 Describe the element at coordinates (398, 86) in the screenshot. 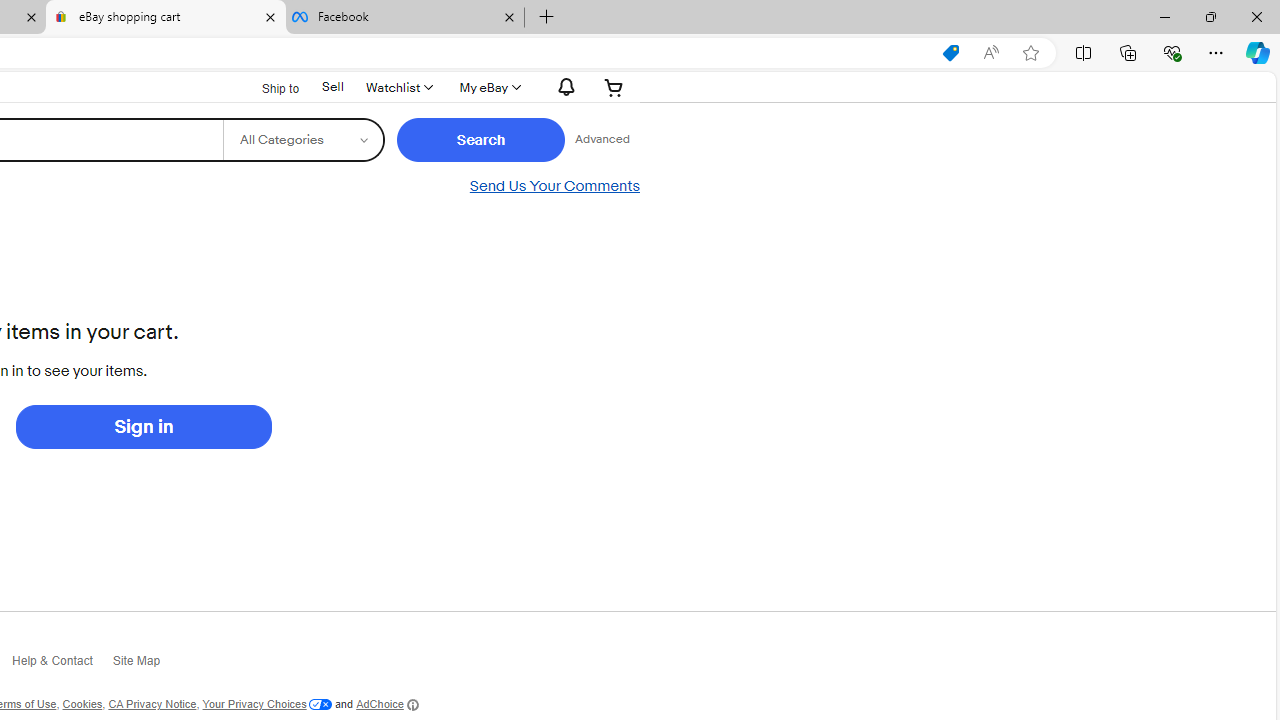

I see `'WatchlistExpand Watch List'` at that location.